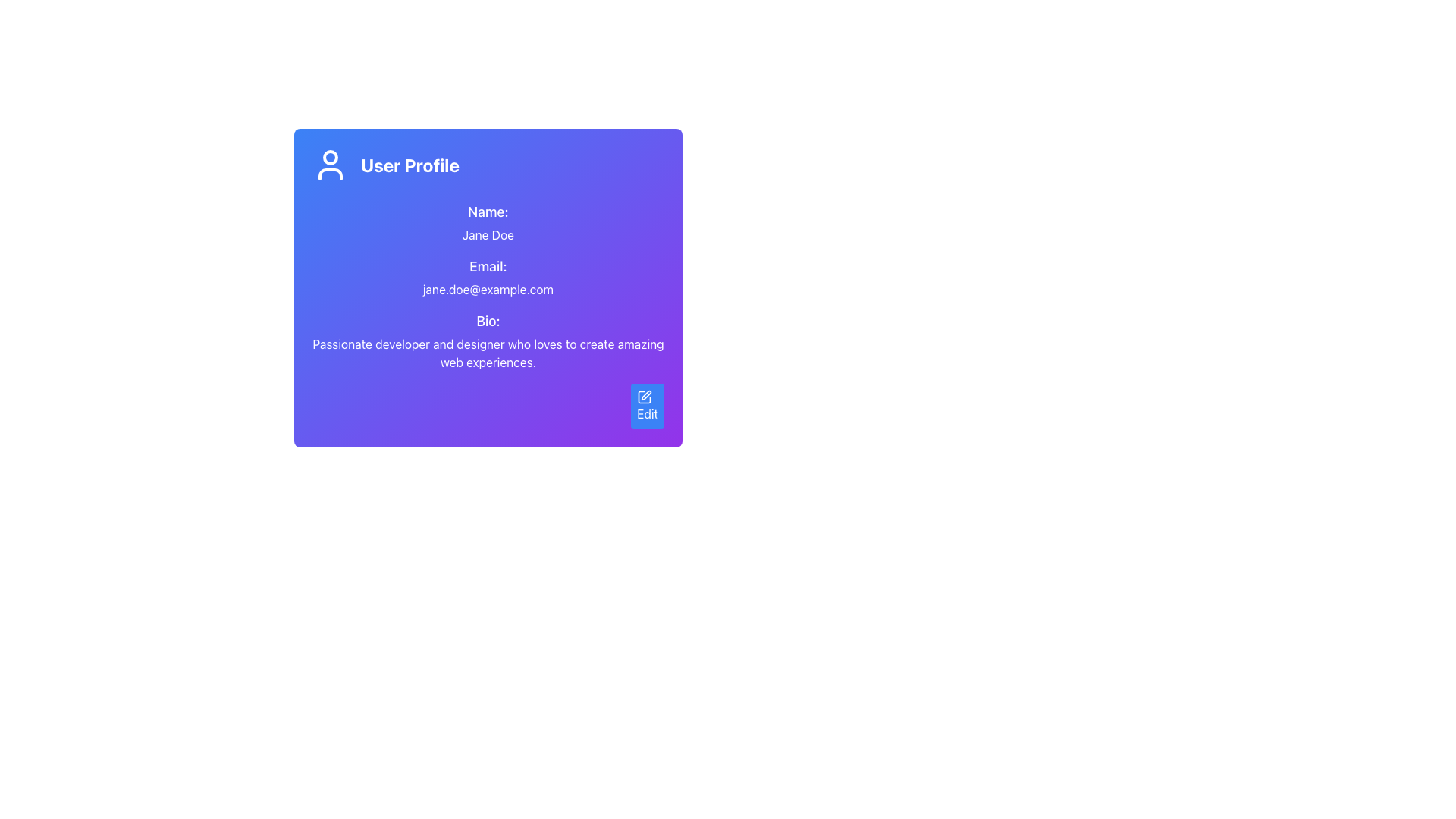 This screenshot has width=1456, height=819. Describe the element at coordinates (488, 341) in the screenshot. I see `the text block displaying the biographical description associated with the user profile interface, located below the 'Email' entry and above the 'Edit' button` at that location.